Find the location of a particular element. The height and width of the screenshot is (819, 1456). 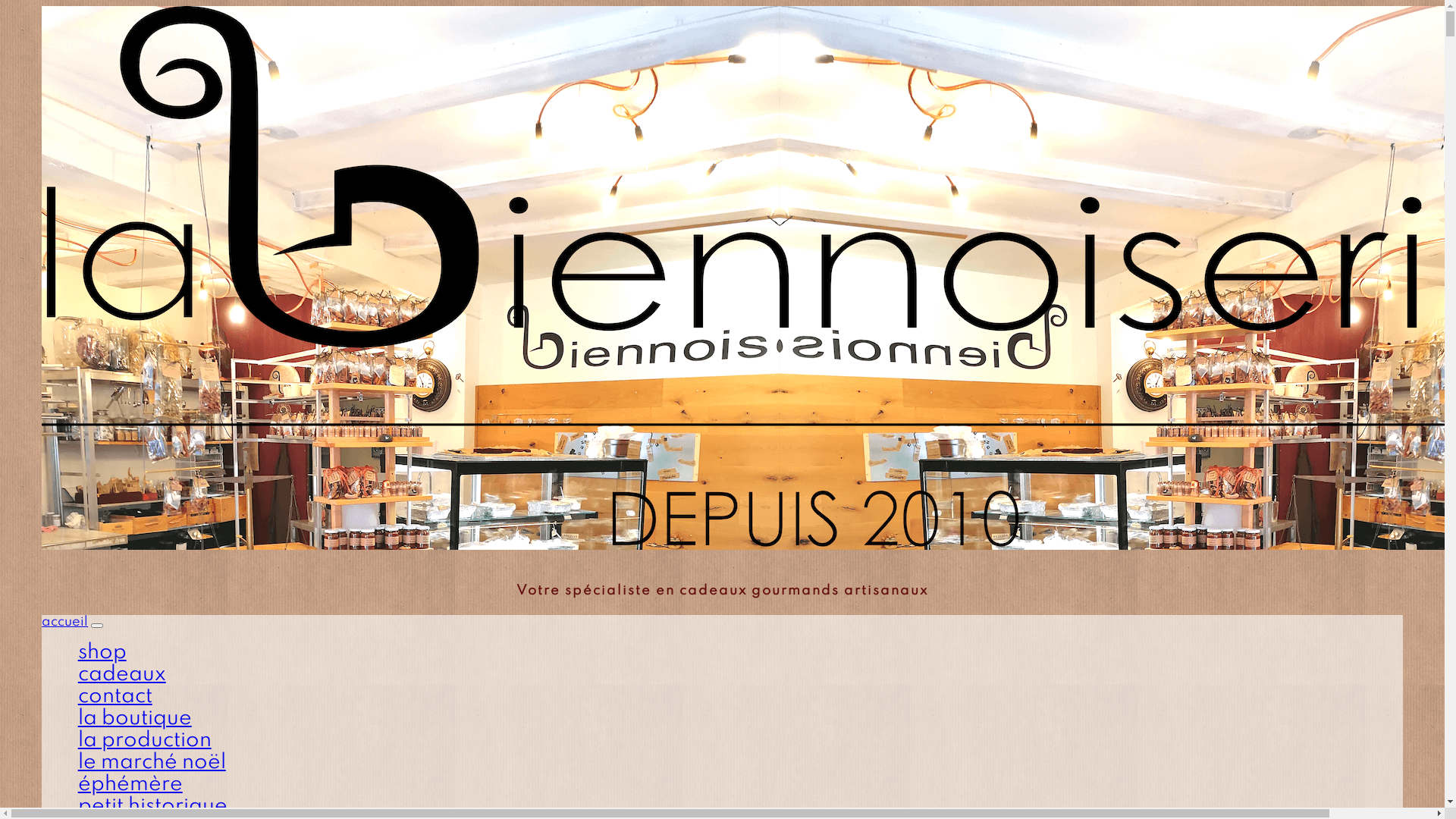

'la boutique' is located at coordinates (134, 717).